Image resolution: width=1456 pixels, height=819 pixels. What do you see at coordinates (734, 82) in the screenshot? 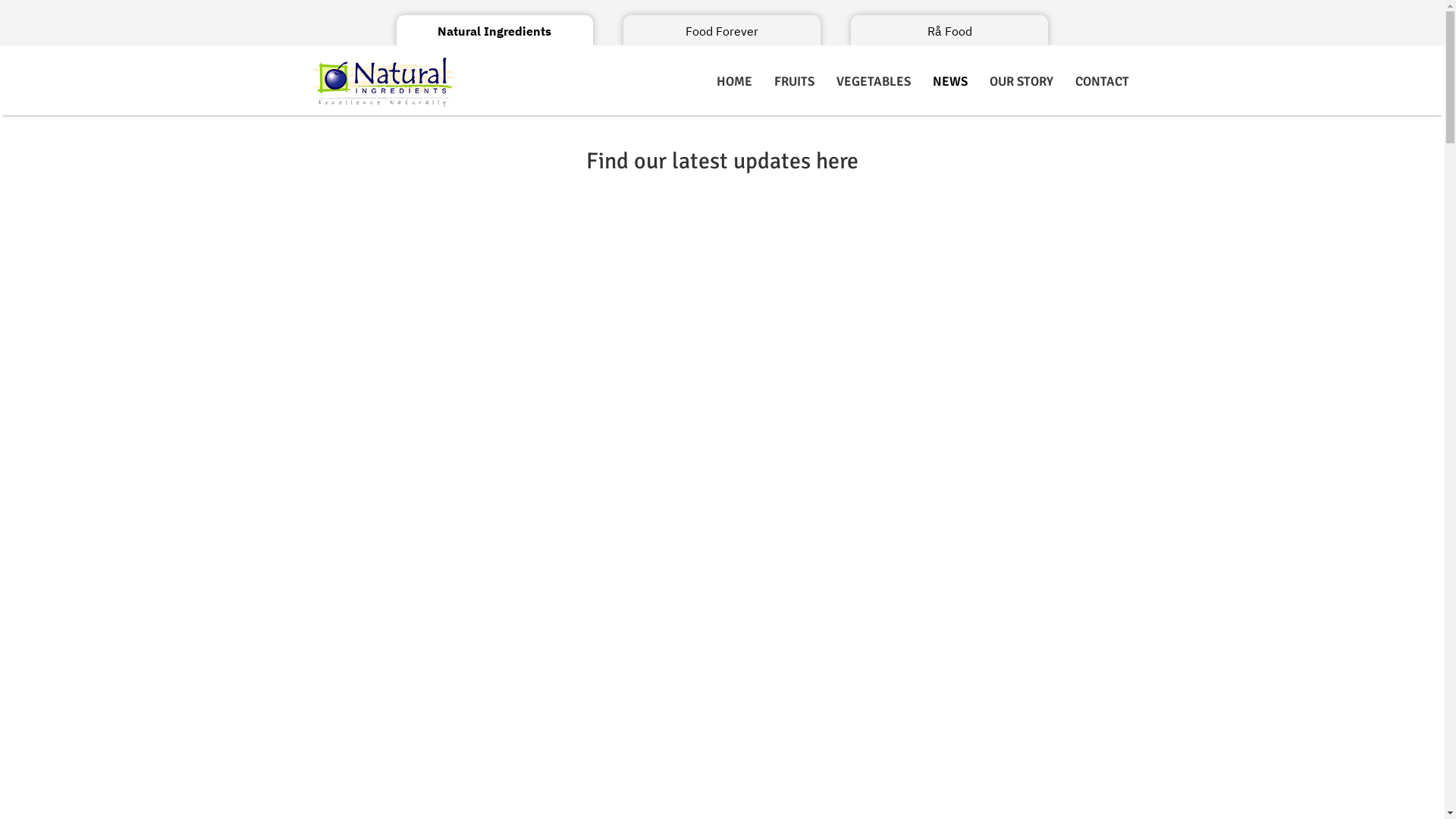
I see `'HOME'` at bounding box center [734, 82].